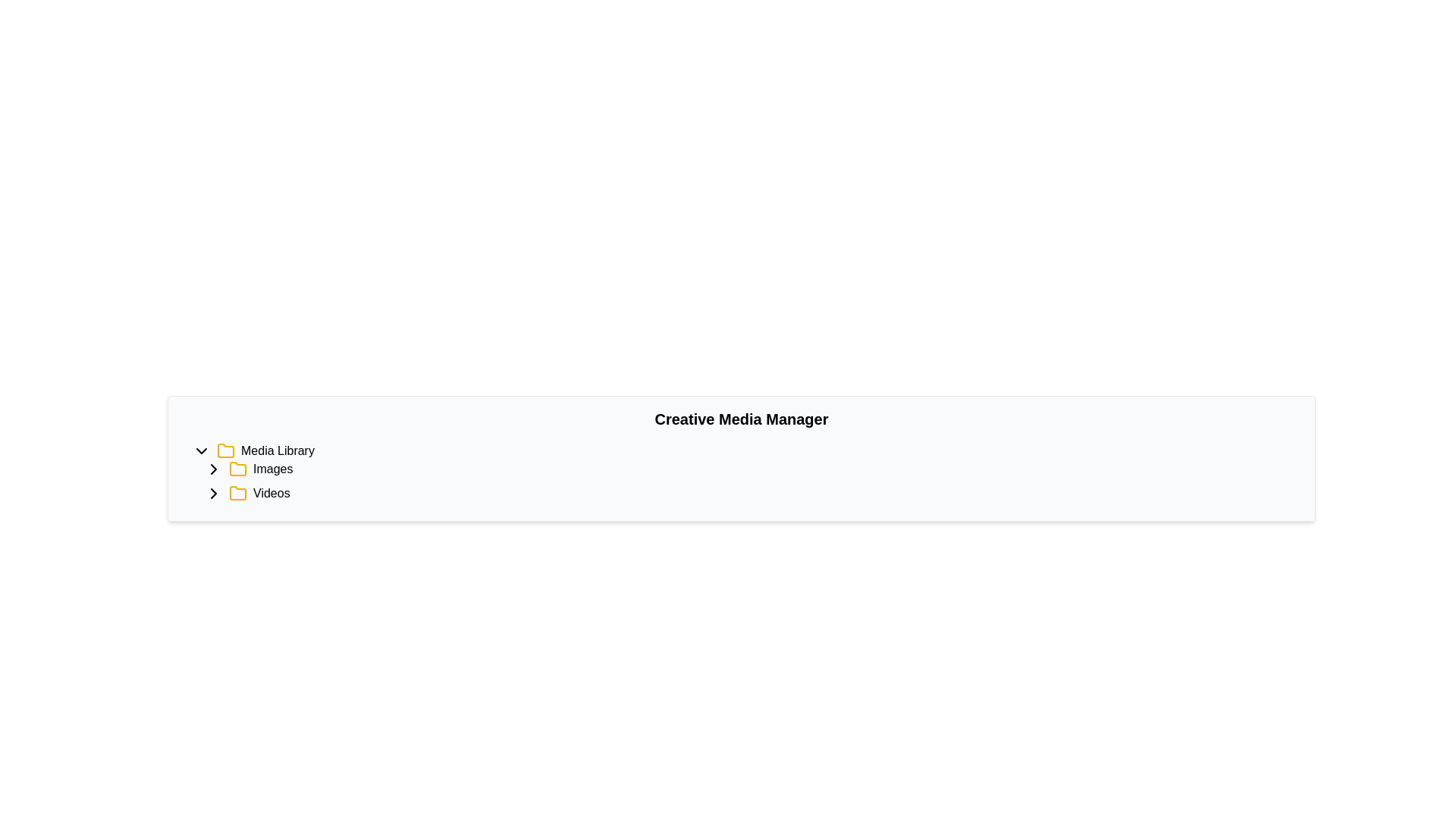 The height and width of the screenshot is (819, 1456). I want to click on the yellow outlined folder icon located in the 'Media Library' section, so click(224, 450).